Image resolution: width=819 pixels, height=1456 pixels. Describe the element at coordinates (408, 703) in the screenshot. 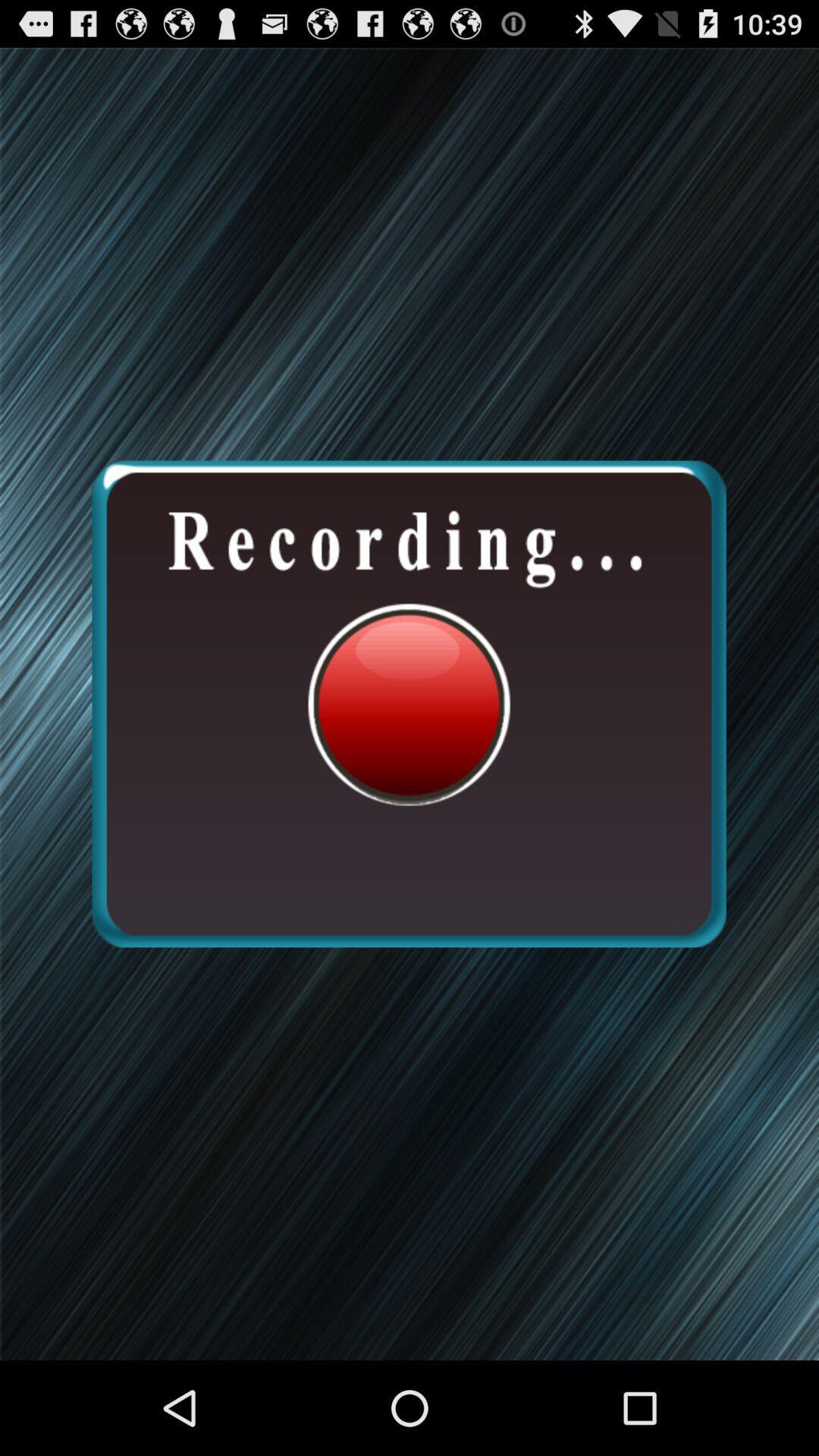

I see `recording` at that location.